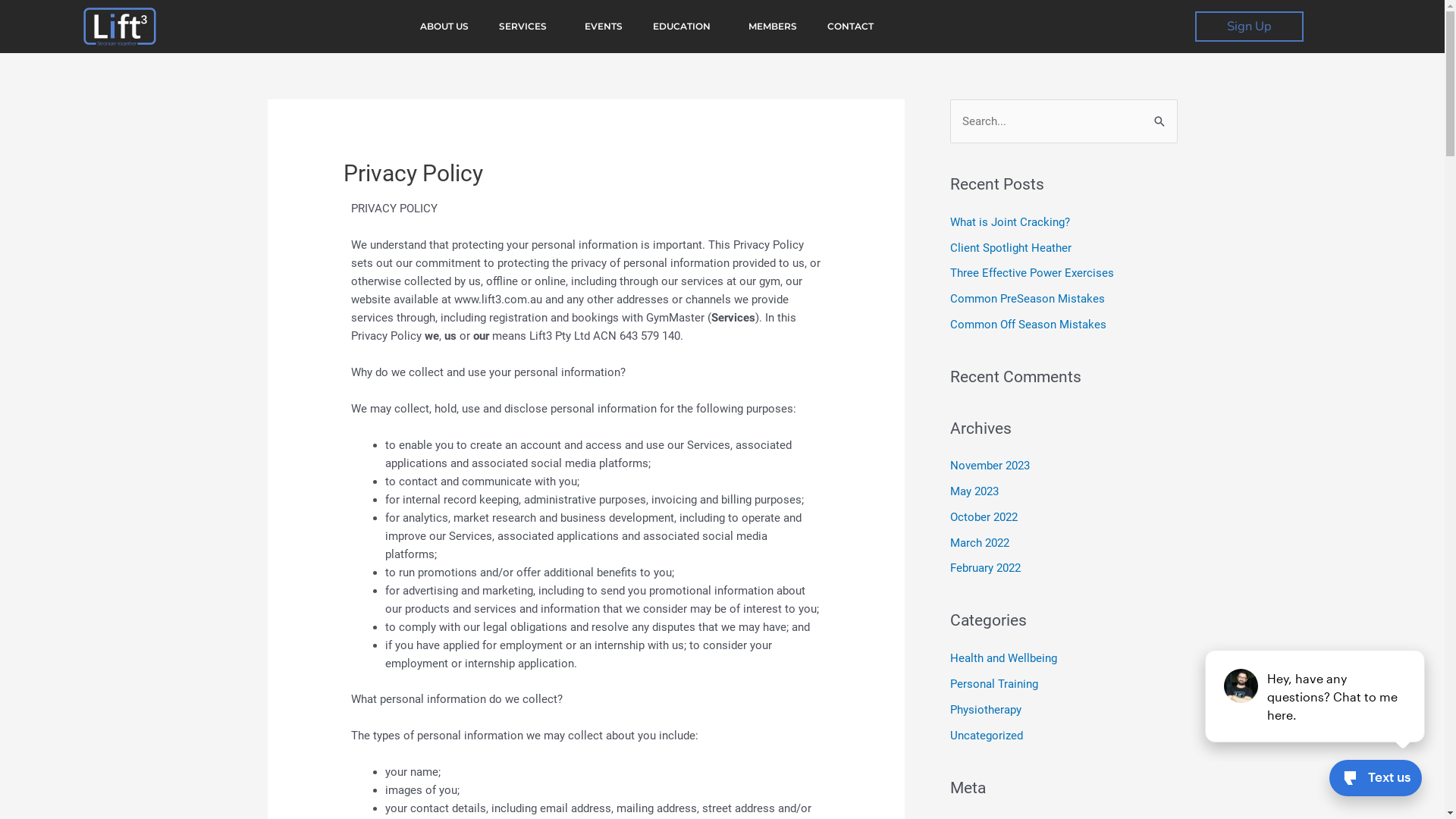  Describe the element at coordinates (989, 464) in the screenshot. I see `'November 2023'` at that location.